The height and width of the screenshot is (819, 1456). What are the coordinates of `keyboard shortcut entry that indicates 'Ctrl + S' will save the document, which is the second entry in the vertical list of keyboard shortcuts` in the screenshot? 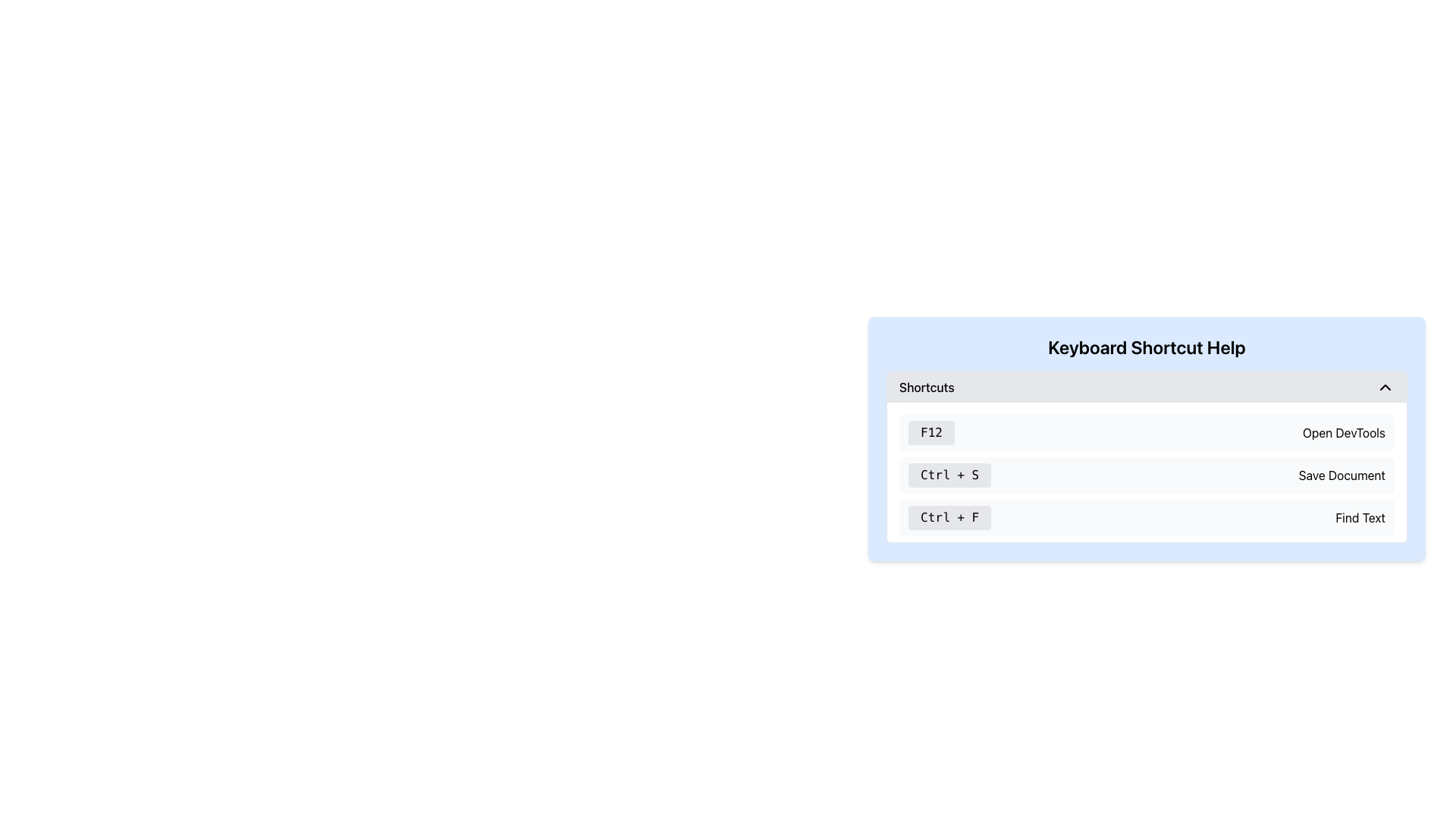 It's located at (1147, 475).